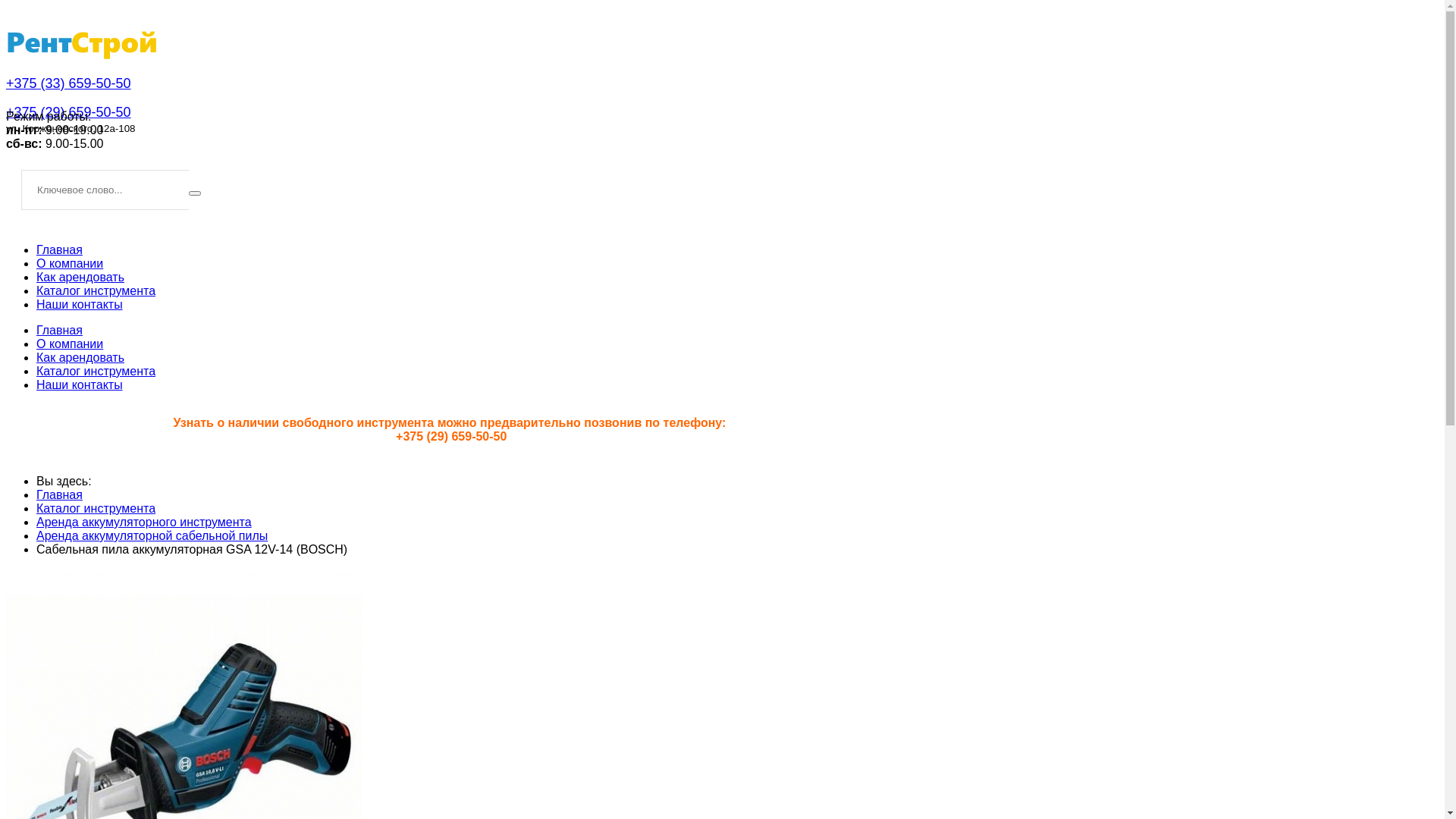 This screenshot has height=819, width=1456. Describe the element at coordinates (81, 42) in the screenshot. I see `'Rentstori.by'` at that location.